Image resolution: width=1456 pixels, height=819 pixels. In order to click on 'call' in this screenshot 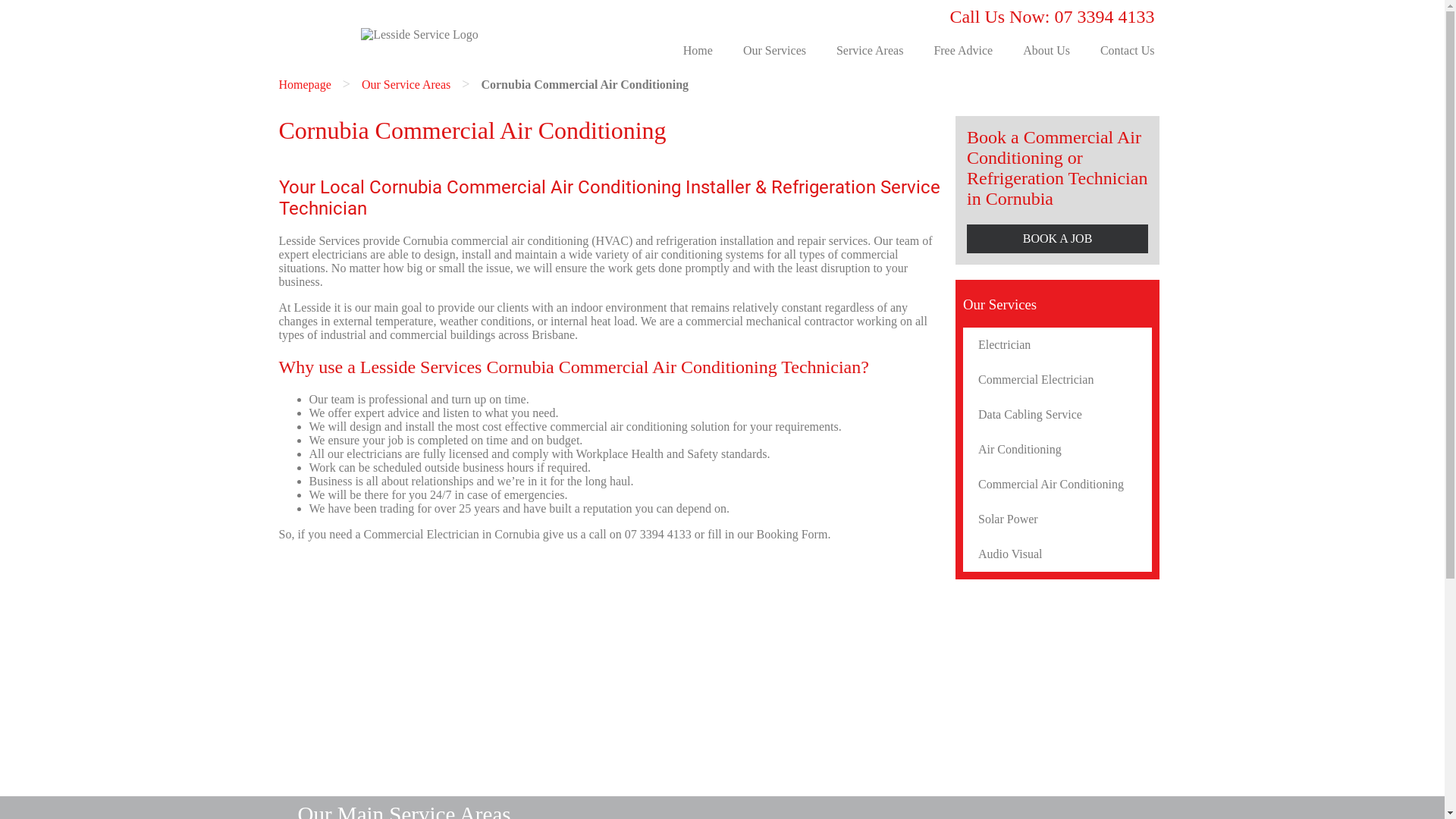, I will do `click(597, 533)`.